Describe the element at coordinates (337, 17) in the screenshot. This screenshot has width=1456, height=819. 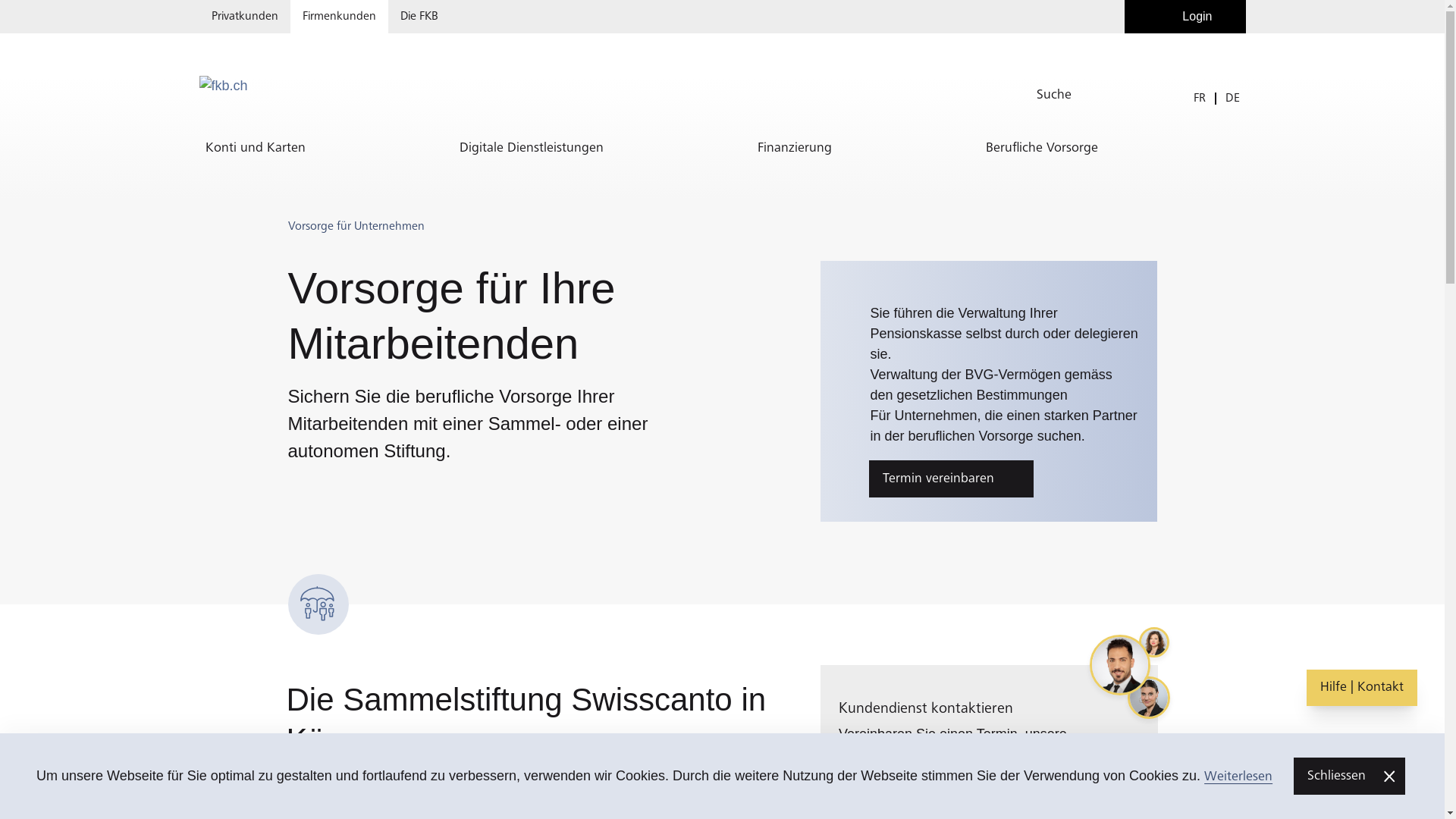
I see `'Firmenkunden'` at that location.